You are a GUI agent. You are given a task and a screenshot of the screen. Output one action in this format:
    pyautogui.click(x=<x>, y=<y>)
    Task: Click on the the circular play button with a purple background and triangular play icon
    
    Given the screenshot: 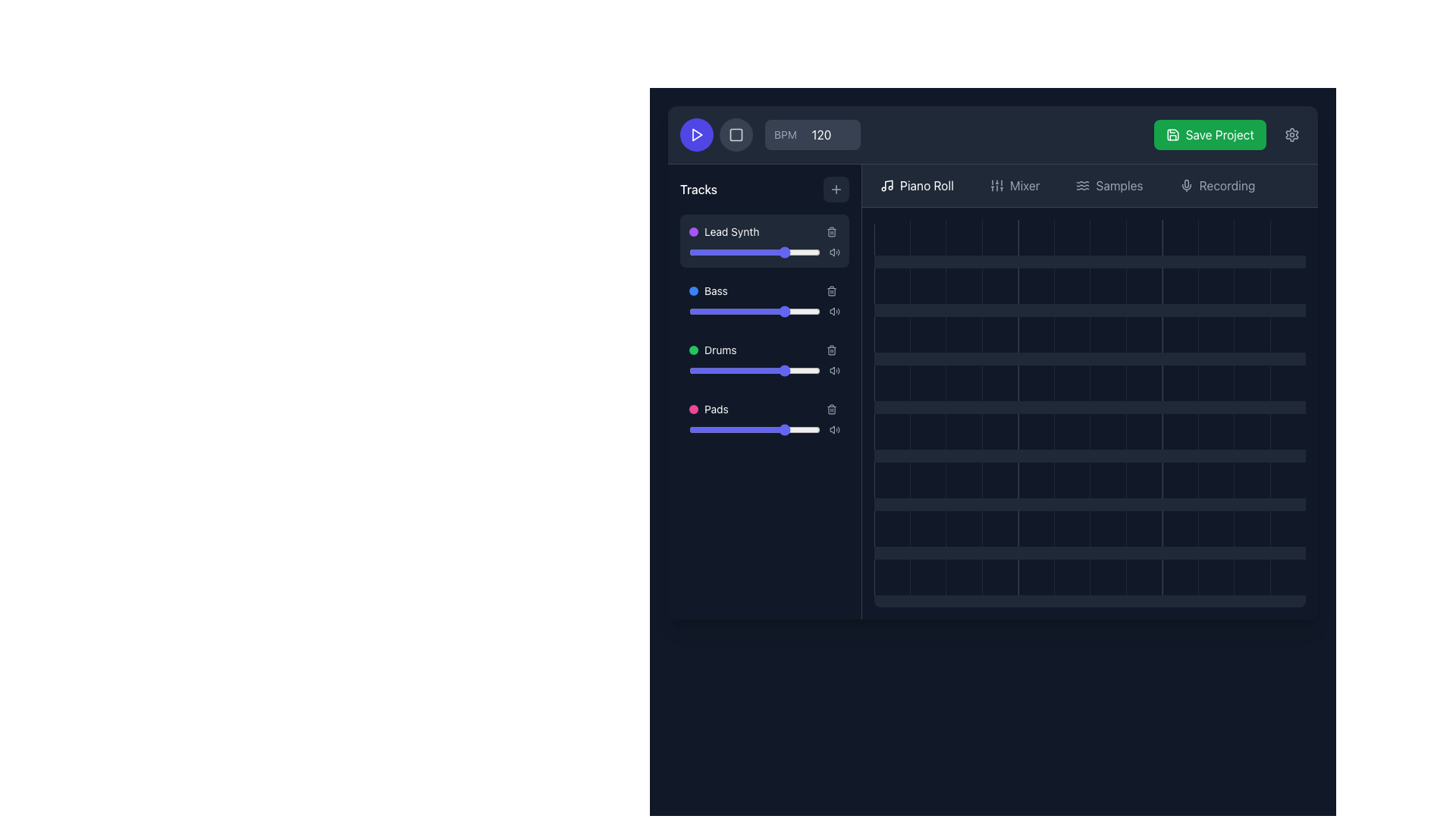 What is the action you would take?
    pyautogui.click(x=695, y=133)
    